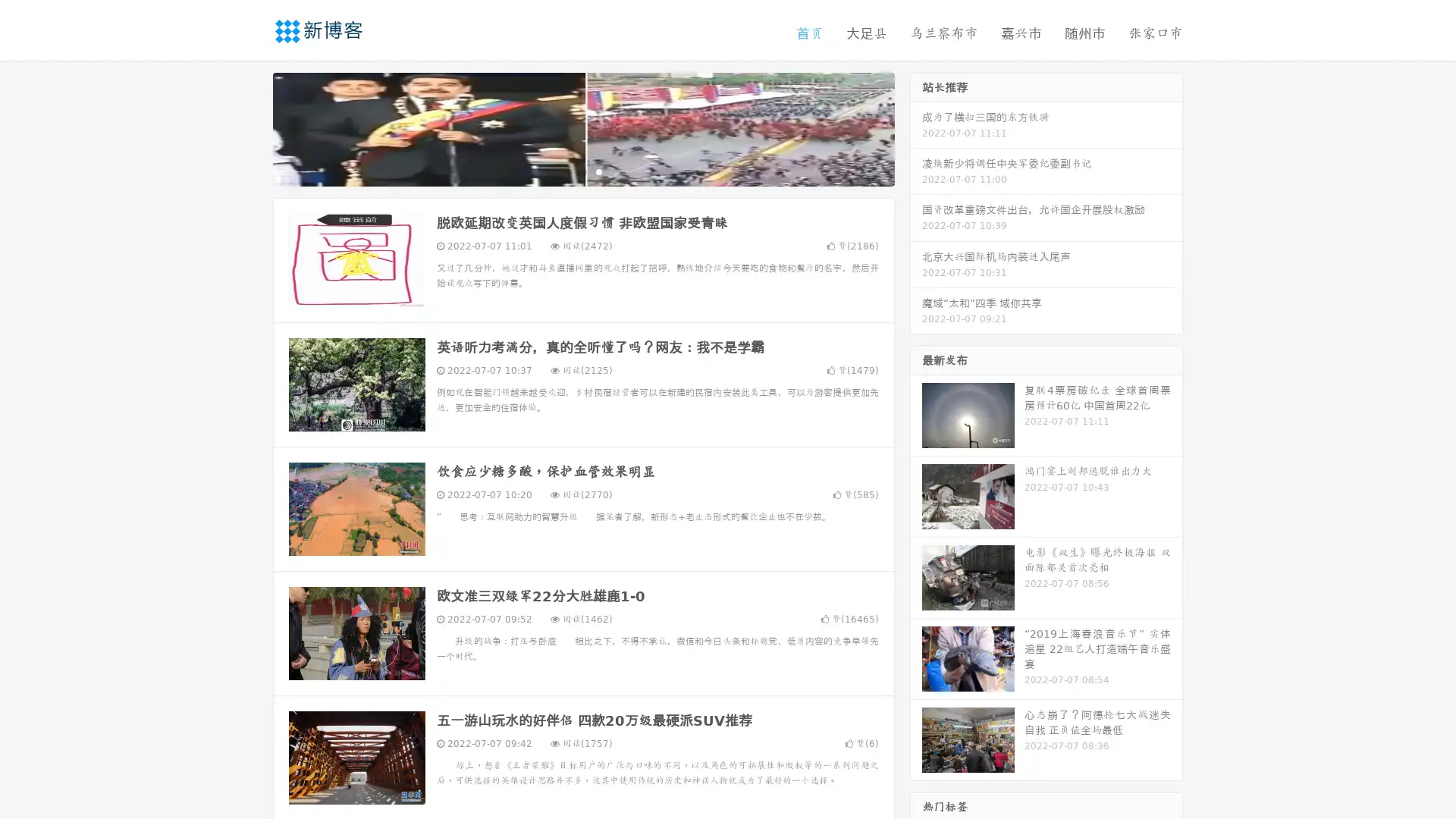 Image resolution: width=1456 pixels, height=819 pixels. Describe the element at coordinates (916, 127) in the screenshot. I see `Next slide` at that location.